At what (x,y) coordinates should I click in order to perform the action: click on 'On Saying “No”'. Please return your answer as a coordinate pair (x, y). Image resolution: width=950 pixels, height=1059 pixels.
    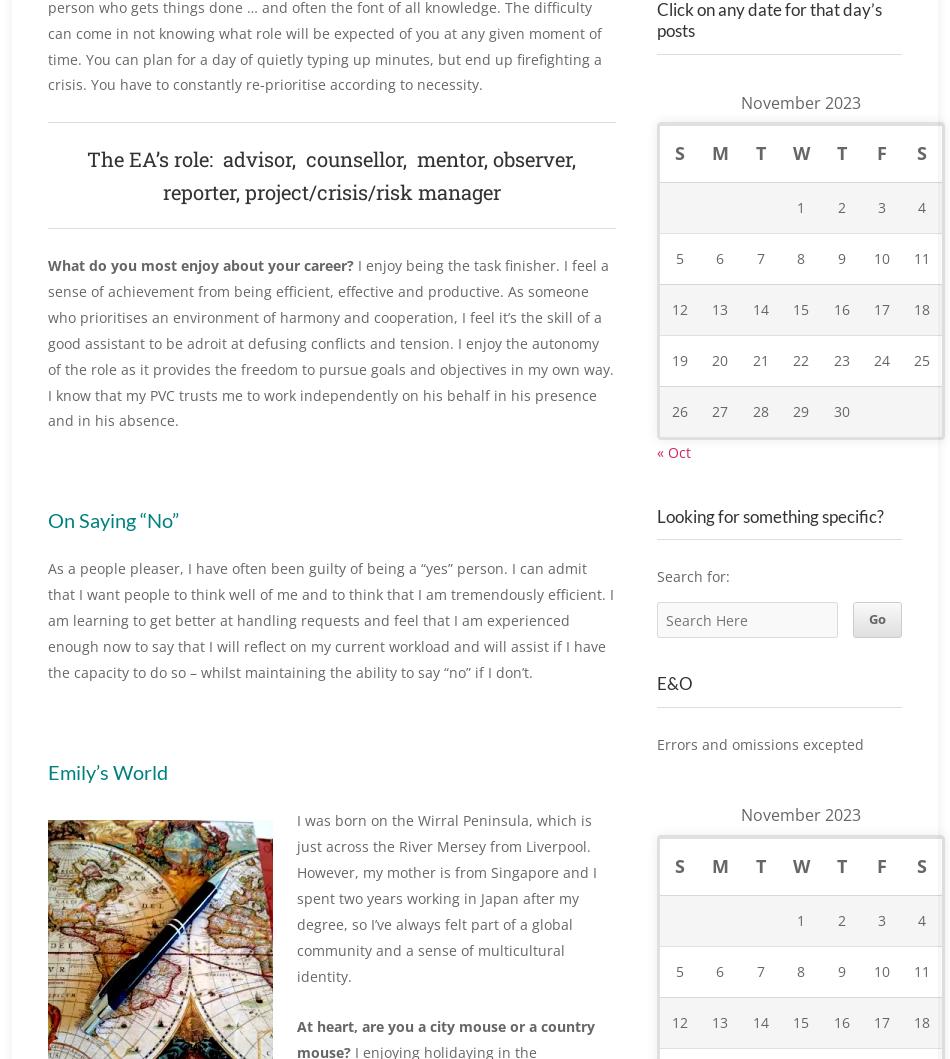
    Looking at the image, I should click on (47, 519).